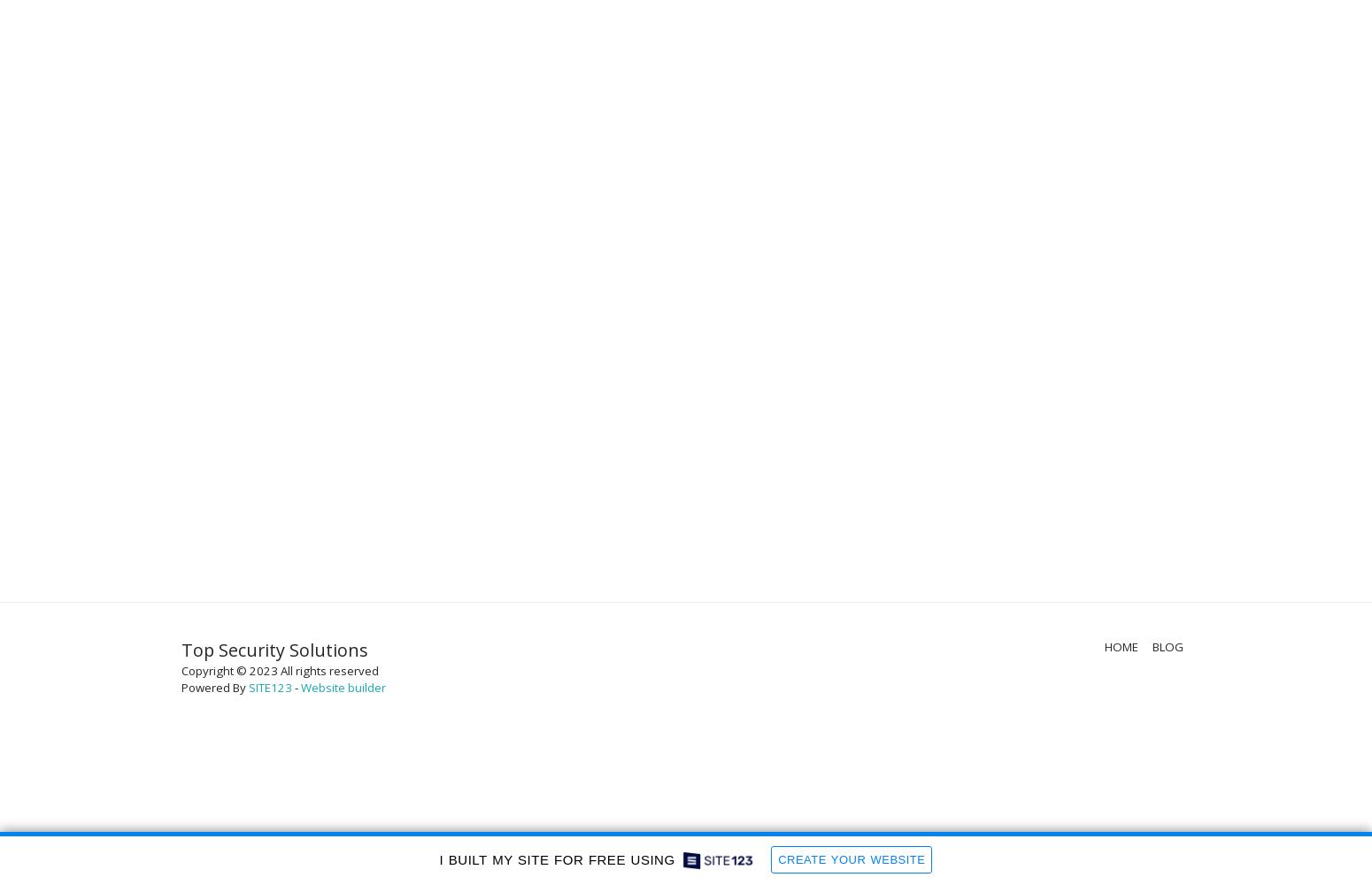 The width and height of the screenshot is (1372, 885). I want to click on 'Home', so click(1120, 646).